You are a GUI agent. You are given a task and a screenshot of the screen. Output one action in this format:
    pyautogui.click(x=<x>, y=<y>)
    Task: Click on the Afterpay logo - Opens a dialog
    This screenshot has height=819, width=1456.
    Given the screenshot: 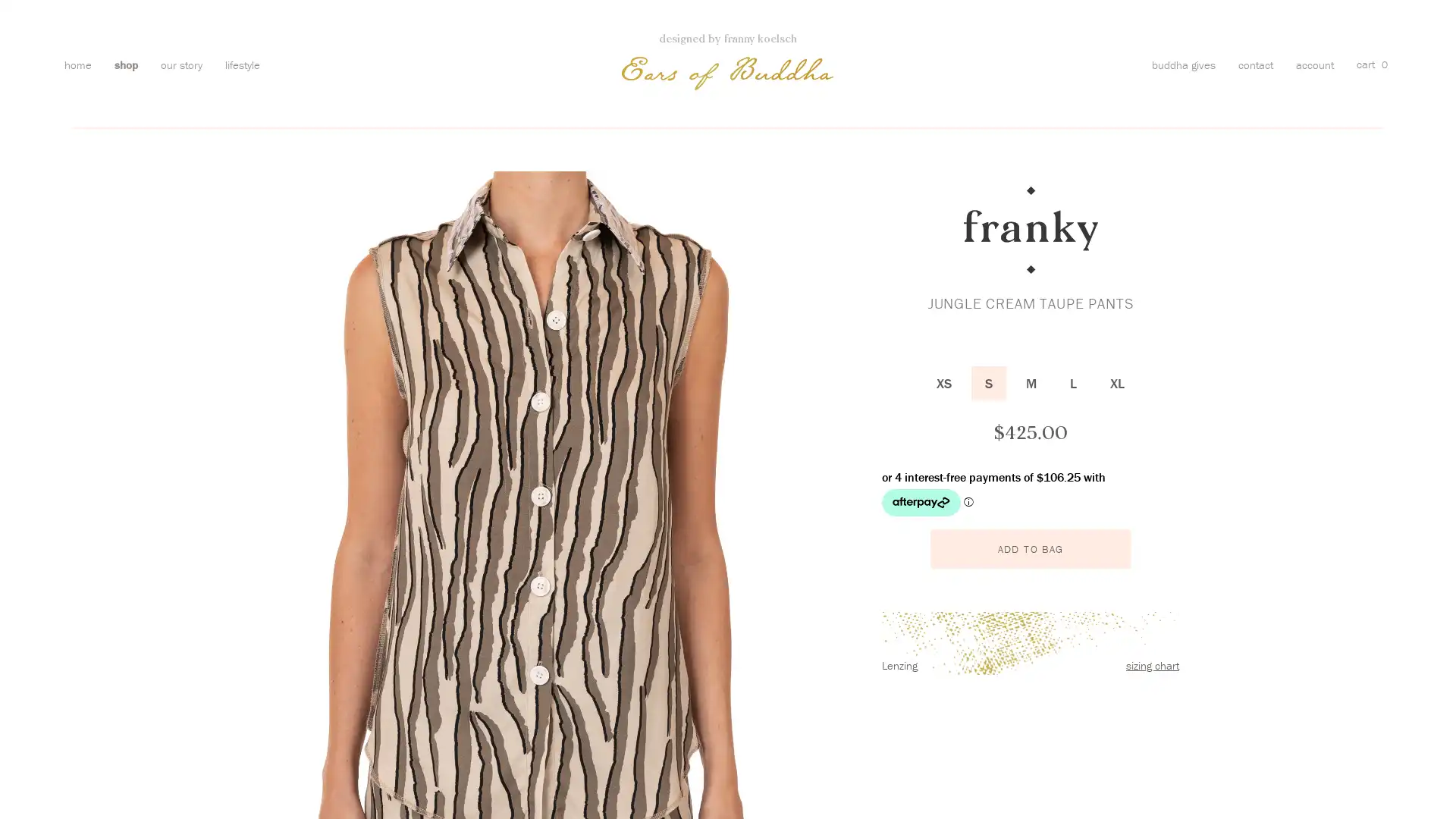 What is the action you would take?
    pyautogui.click(x=920, y=506)
    